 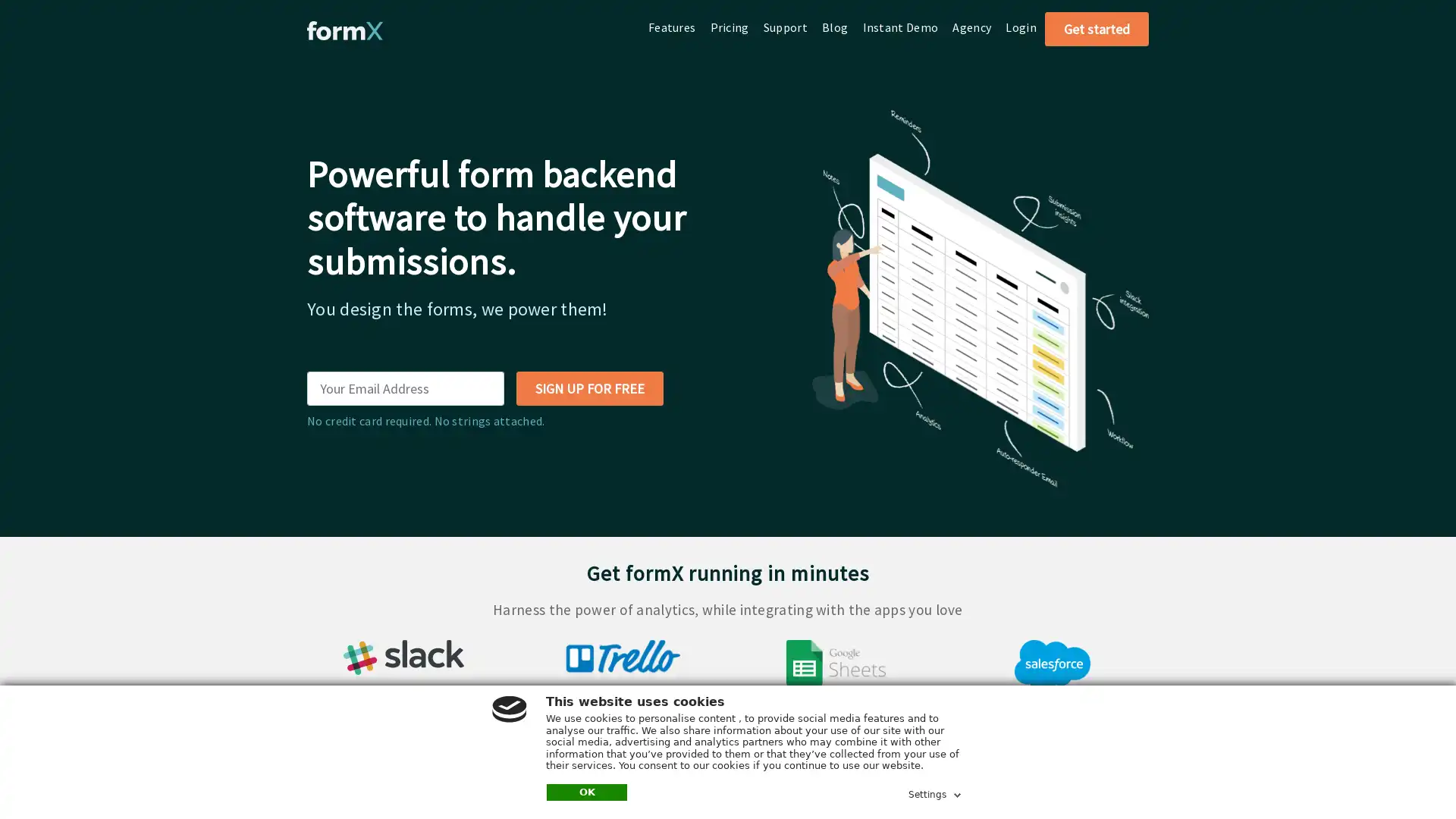 What do you see at coordinates (588, 388) in the screenshot?
I see `SIGN UP FOR FREE` at bounding box center [588, 388].